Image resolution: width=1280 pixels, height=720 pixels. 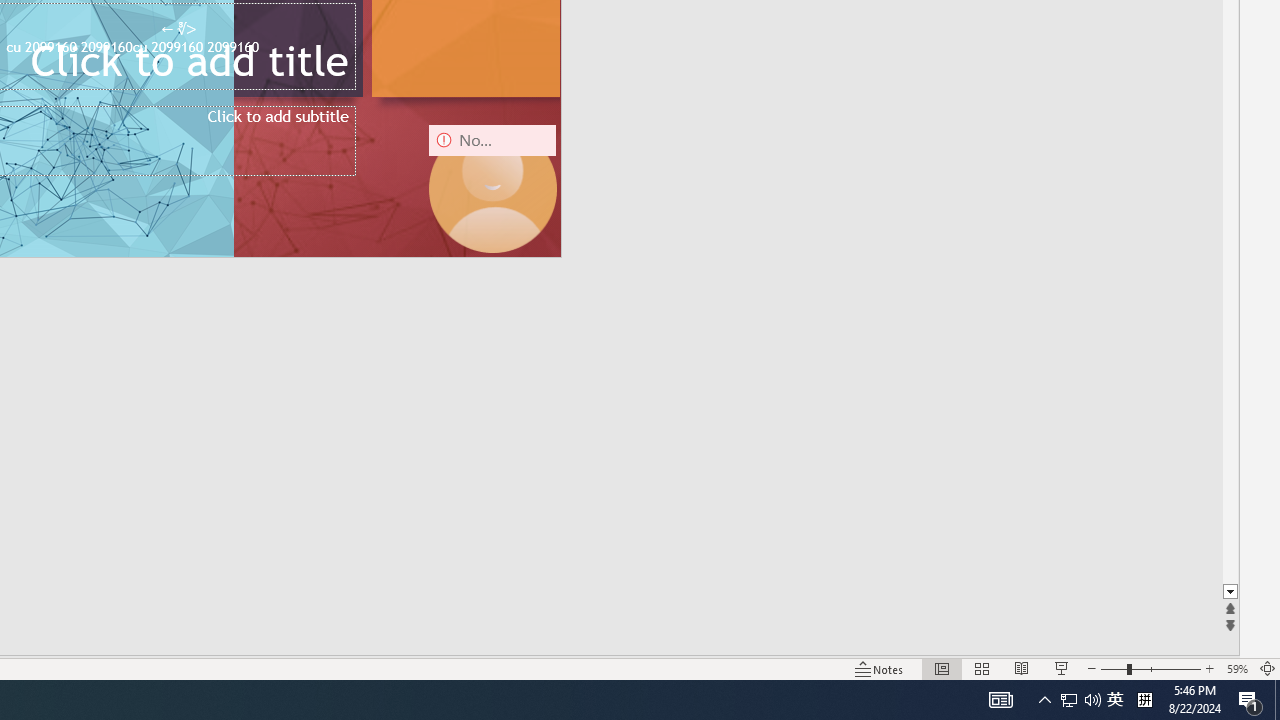 What do you see at coordinates (179, 30) in the screenshot?
I see `'TextBox 7'` at bounding box center [179, 30].